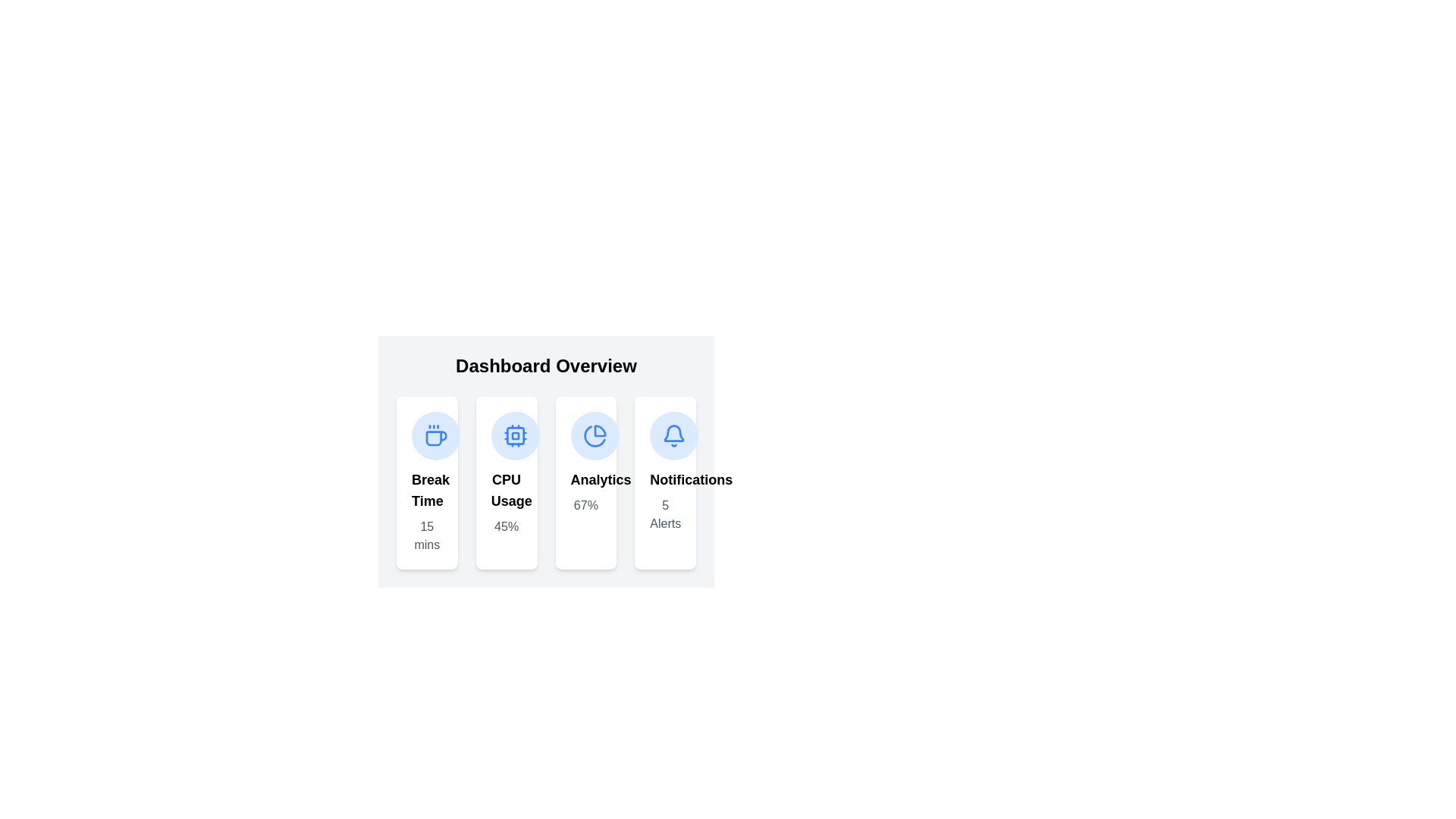  Describe the element at coordinates (665, 500) in the screenshot. I see `the '5 Alerts' text label in the Notifications section, which is located at the bottom of the fourth card in a row of four cards` at that location.